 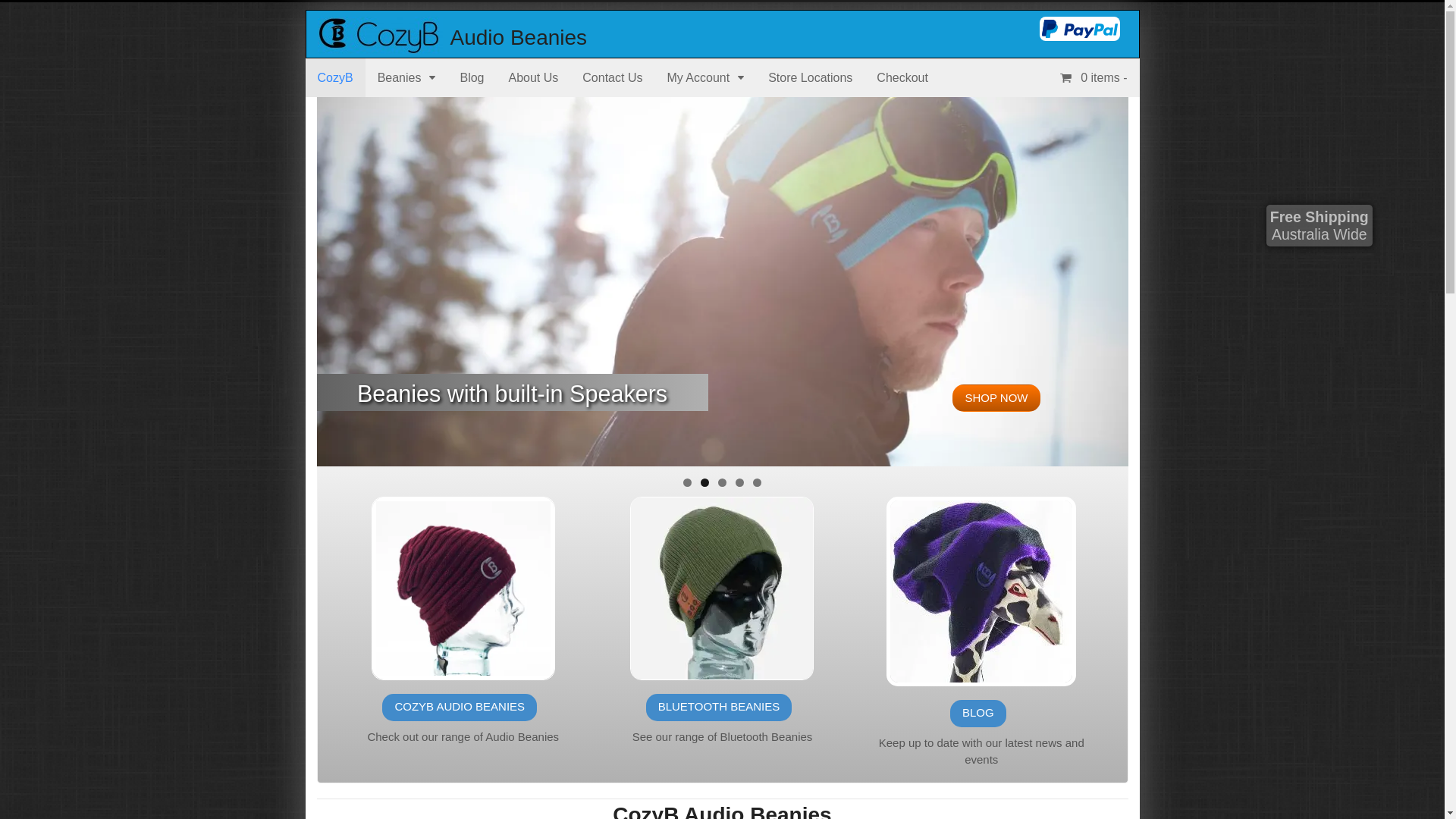 What do you see at coordinates (721, 482) in the screenshot?
I see `'3'` at bounding box center [721, 482].